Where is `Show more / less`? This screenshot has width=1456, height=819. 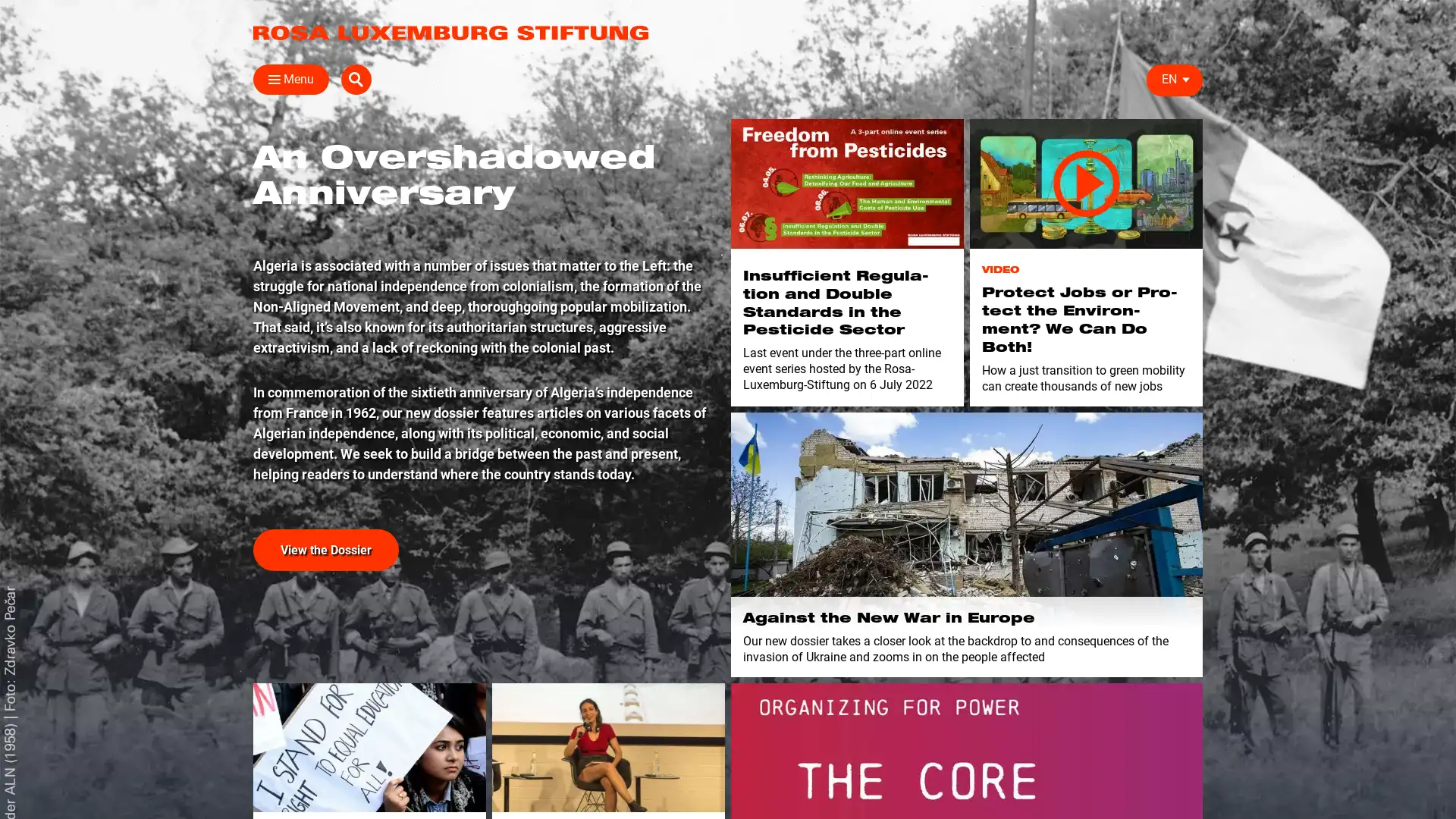
Show more / less is located at coordinates (483, 250).